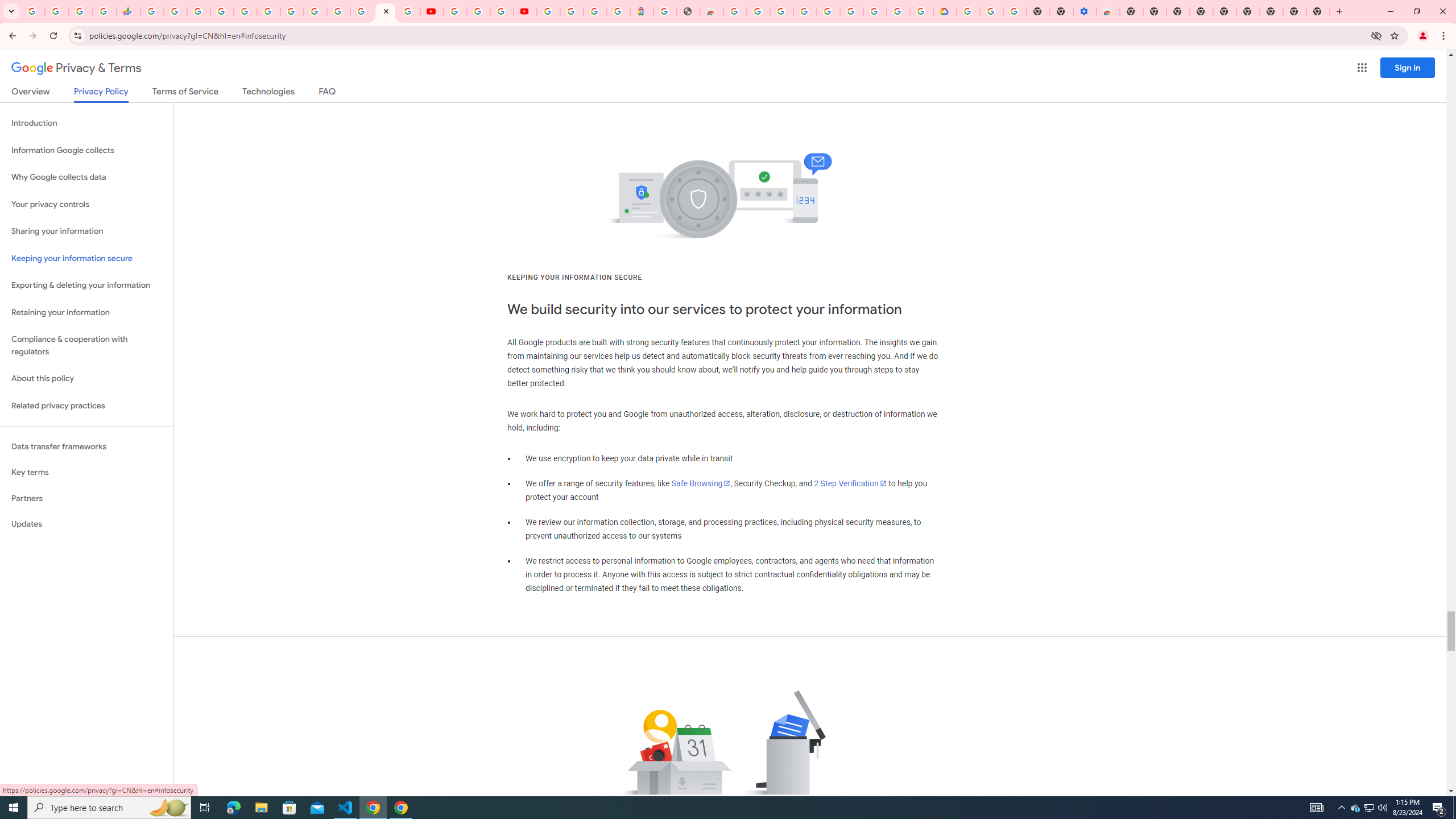  I want to click on 'Google Account Help', so click(477, 11).